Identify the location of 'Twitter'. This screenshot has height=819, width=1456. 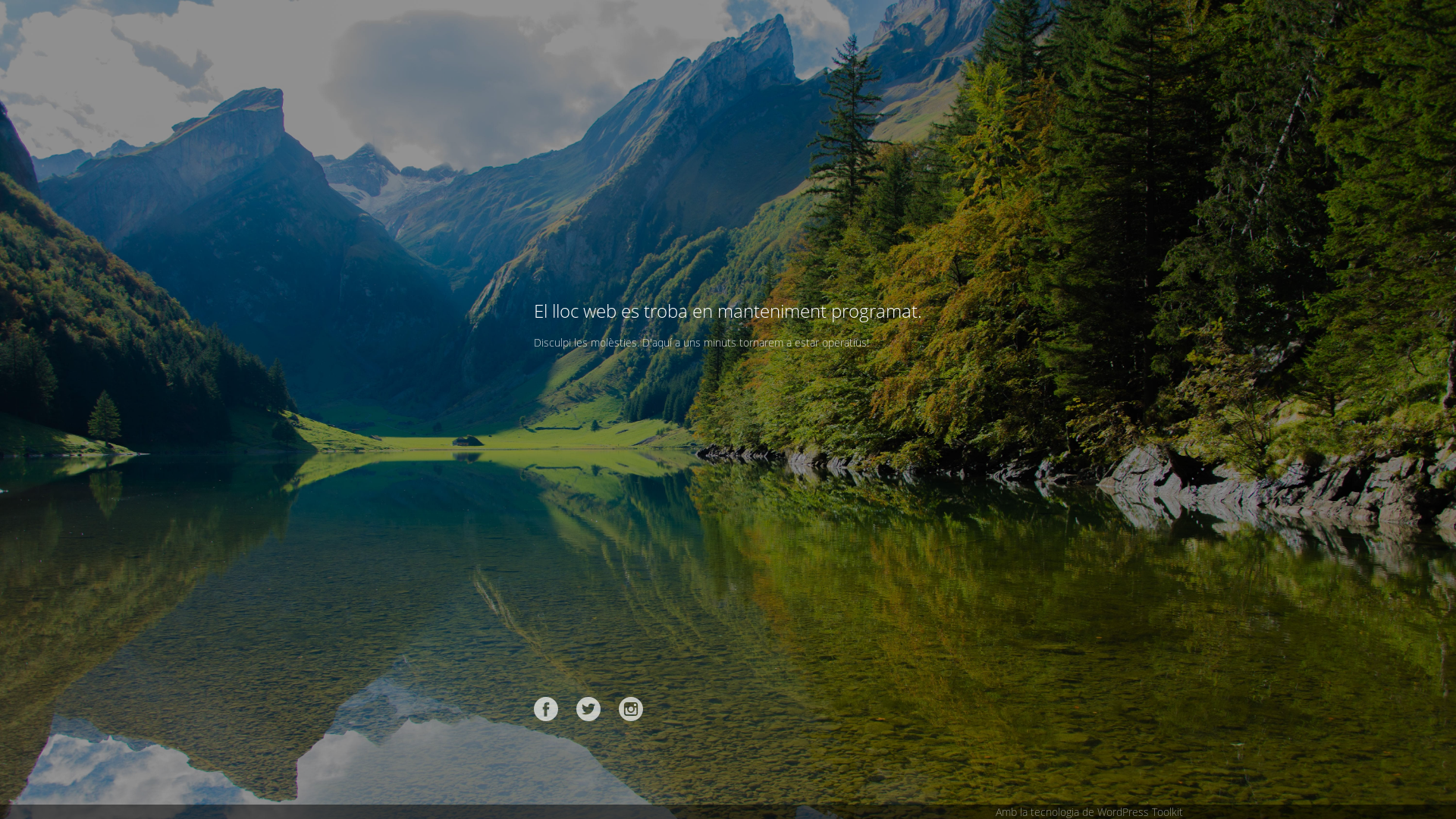
(588, 708).